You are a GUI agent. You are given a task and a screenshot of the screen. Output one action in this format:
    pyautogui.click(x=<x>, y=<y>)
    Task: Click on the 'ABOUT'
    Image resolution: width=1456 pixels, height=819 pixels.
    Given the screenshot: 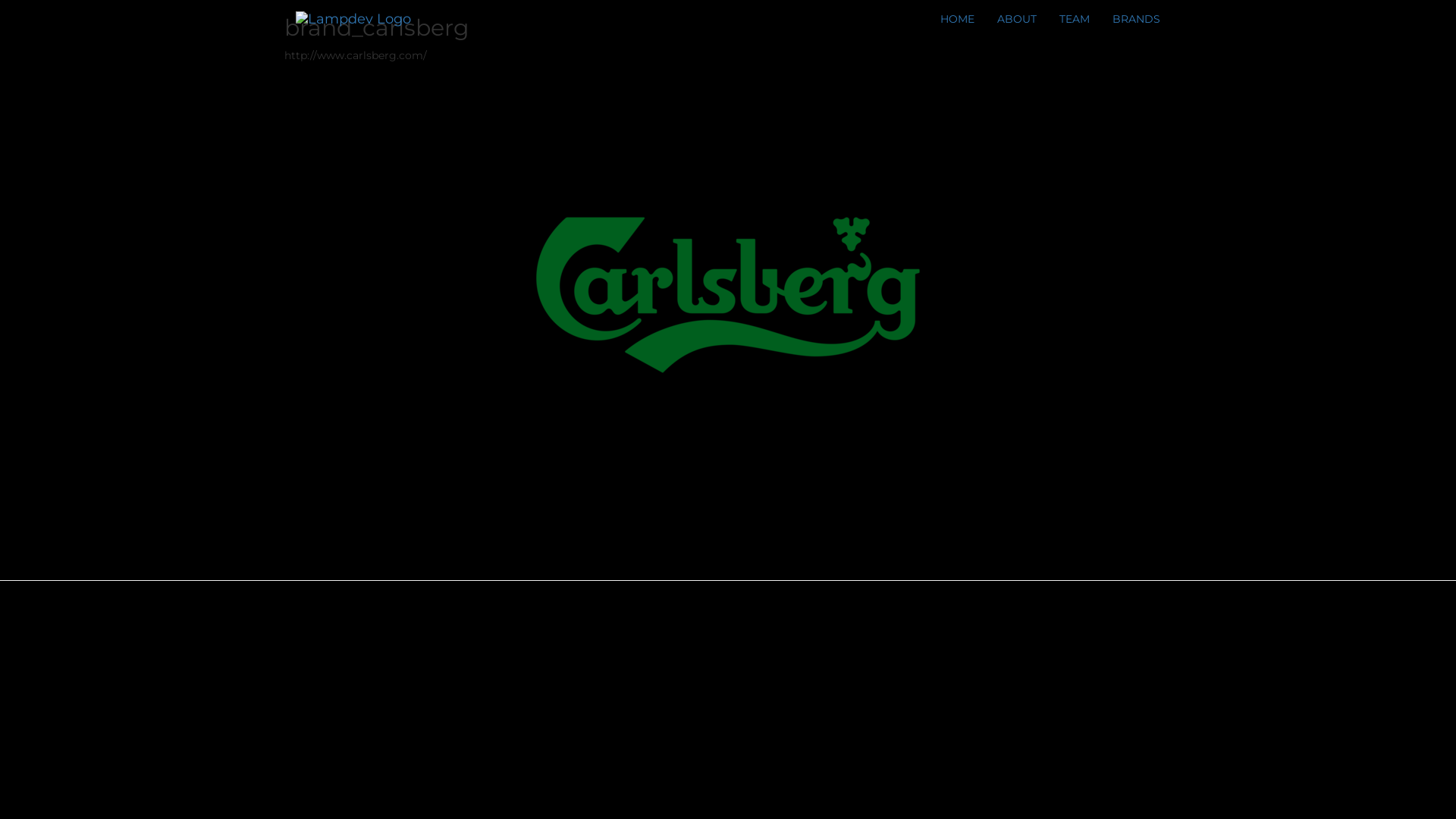 What is the action you would take?
    pyautogui.click(x=1016, y=18)
    